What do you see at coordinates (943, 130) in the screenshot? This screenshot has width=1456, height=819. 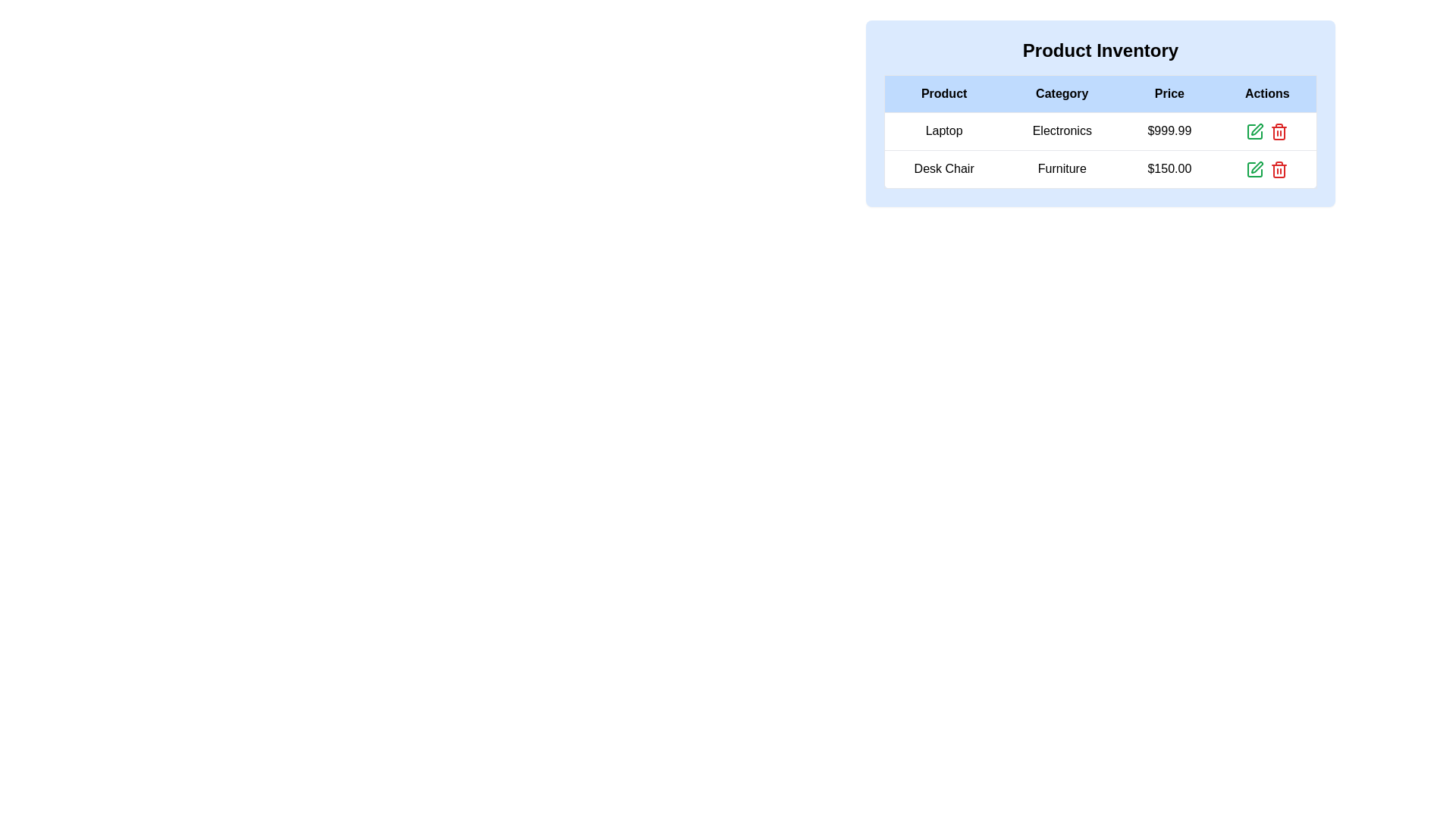 I see `the text label displaying 'Laptop' in the first row of the table under the 'Product' column` at bounding box center [943, 130].